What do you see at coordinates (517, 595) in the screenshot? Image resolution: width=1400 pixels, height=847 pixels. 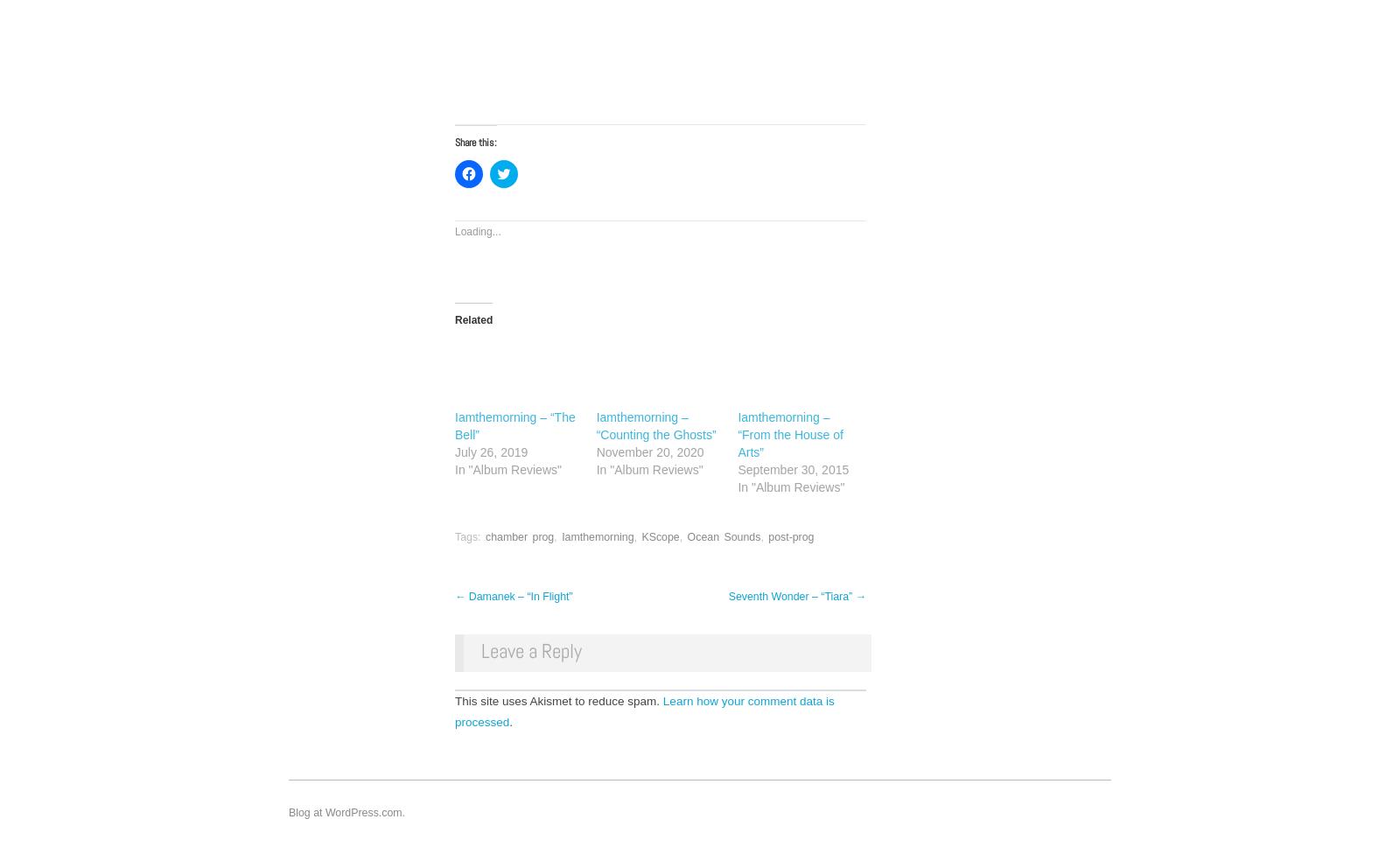 I see `'Damanek – “In Flight”'` at bounding box center [517, 595].